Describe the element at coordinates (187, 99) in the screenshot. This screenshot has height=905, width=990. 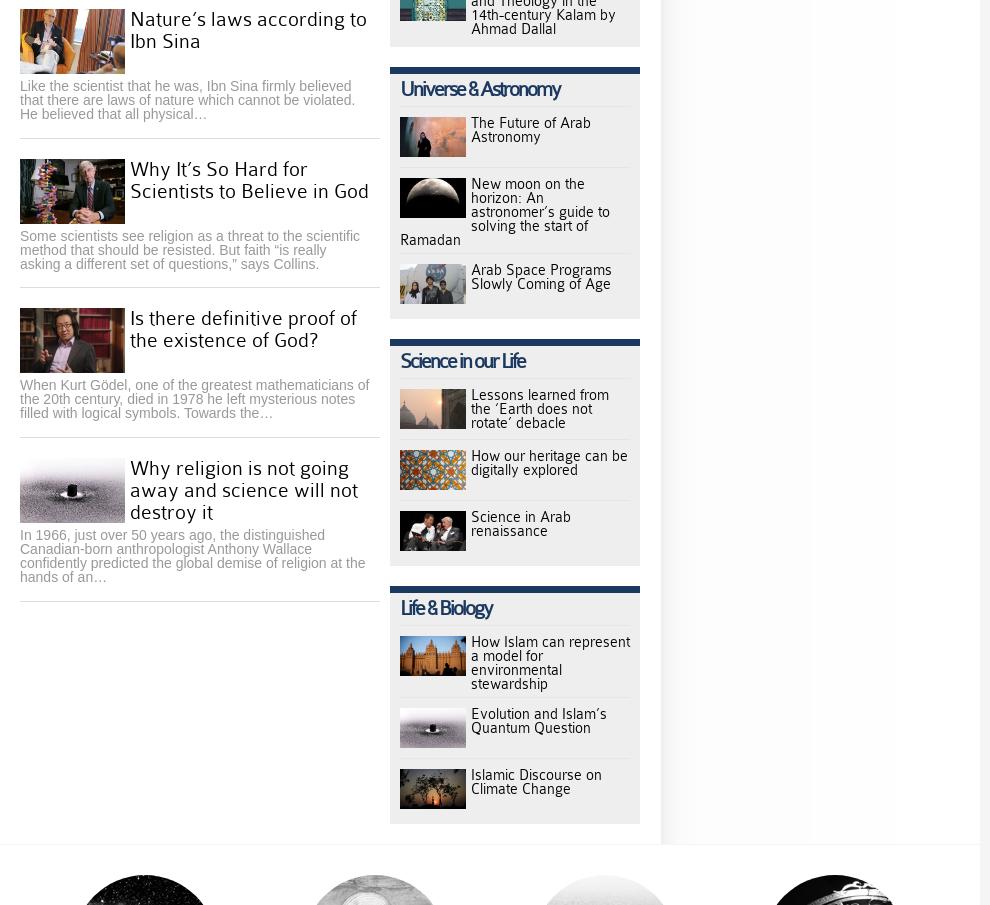
I see `'Like the scientist that he was, Ibn Sina firmly believed that there are laws of nature which cannot be violated. He believed that all physical…'` at that location.